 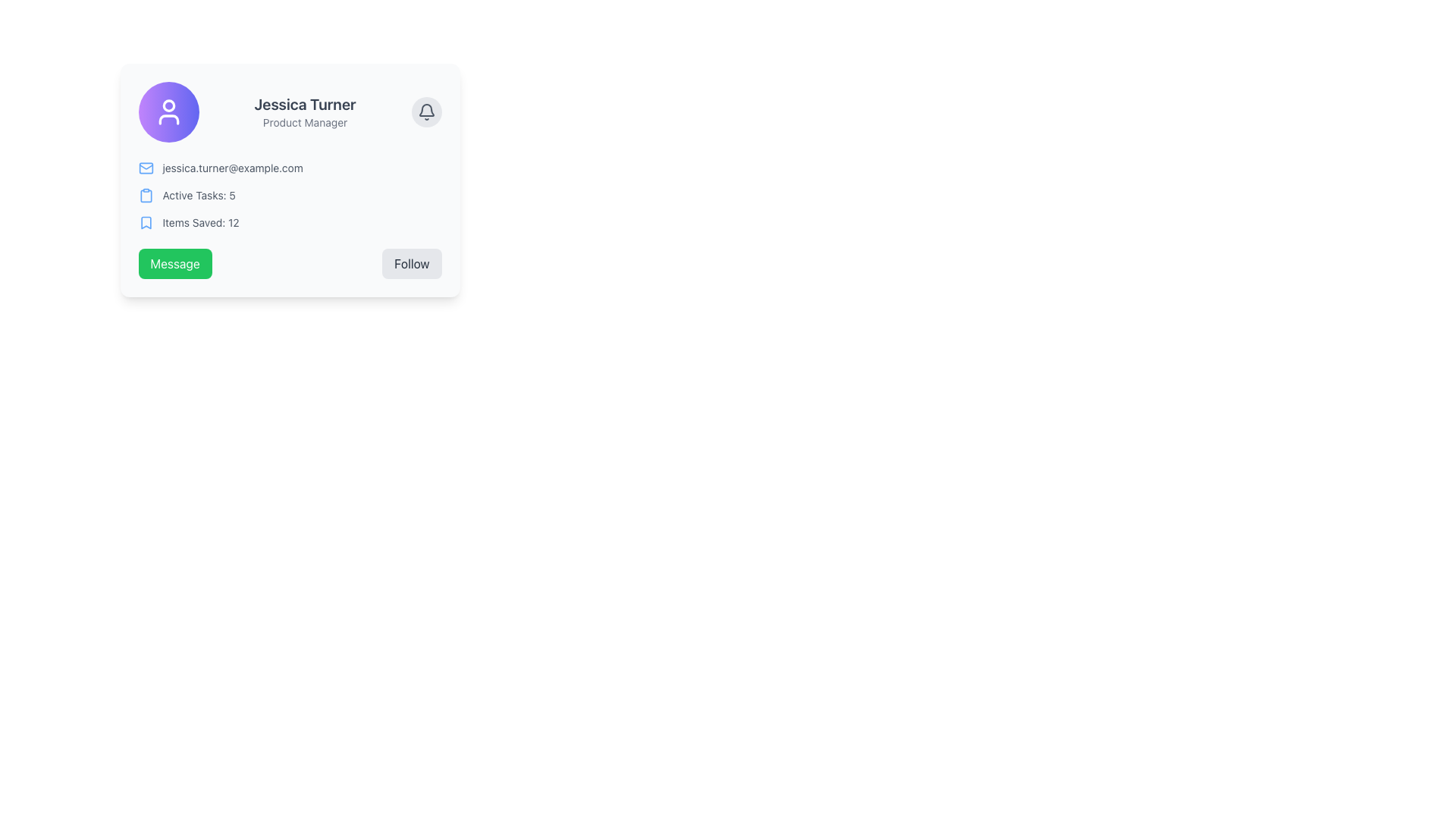 What do you see at coordinates (412, 262) in the screenshot?
I see `the 'Follow' button located in the bottom-right corner of the user information card, which is the second button in a horizontal row next to the 'Message' button` at bounding box center [412, 262].